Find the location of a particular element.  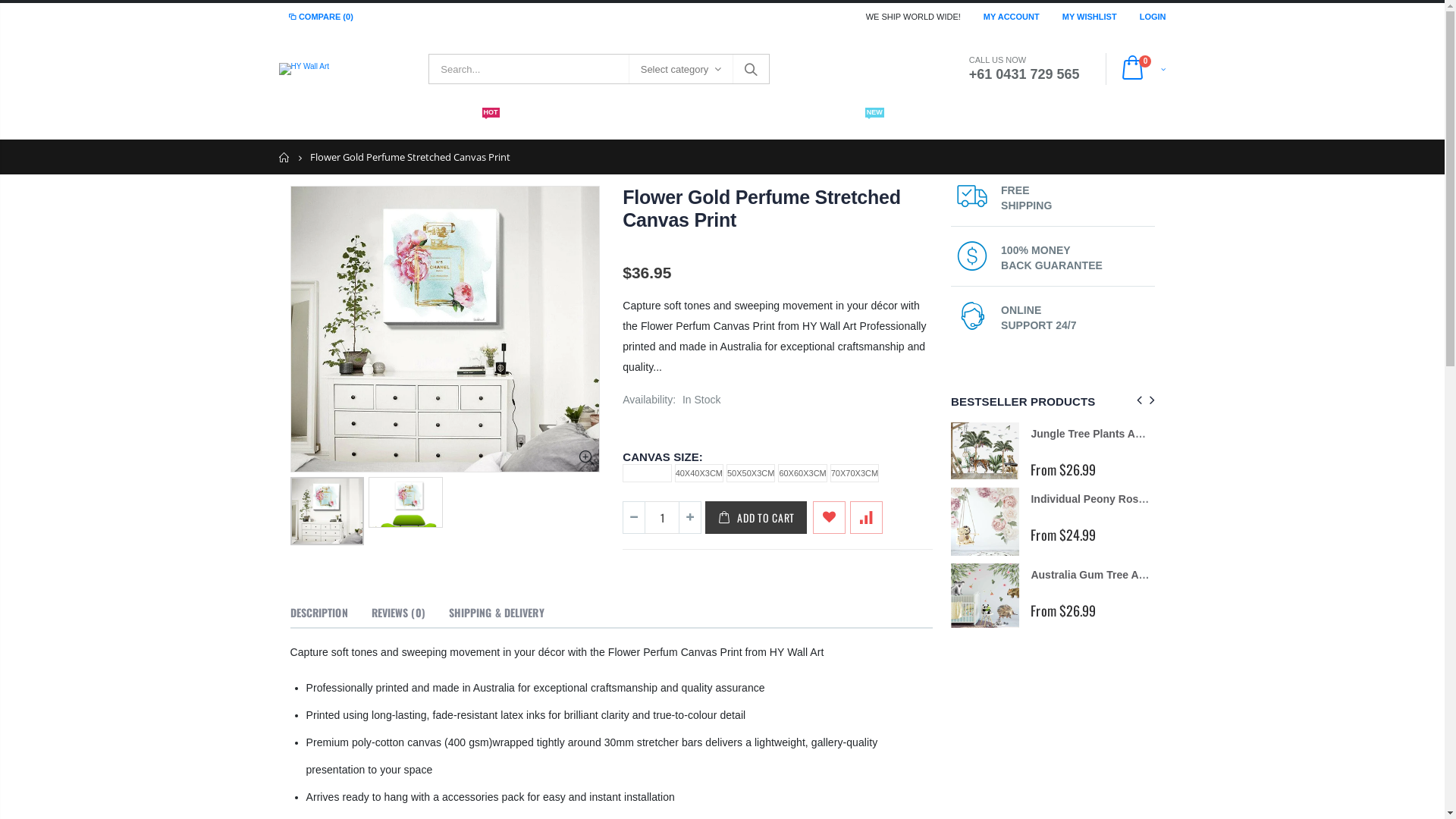

'ADD TO CART' is located at coordinates (756, 516).